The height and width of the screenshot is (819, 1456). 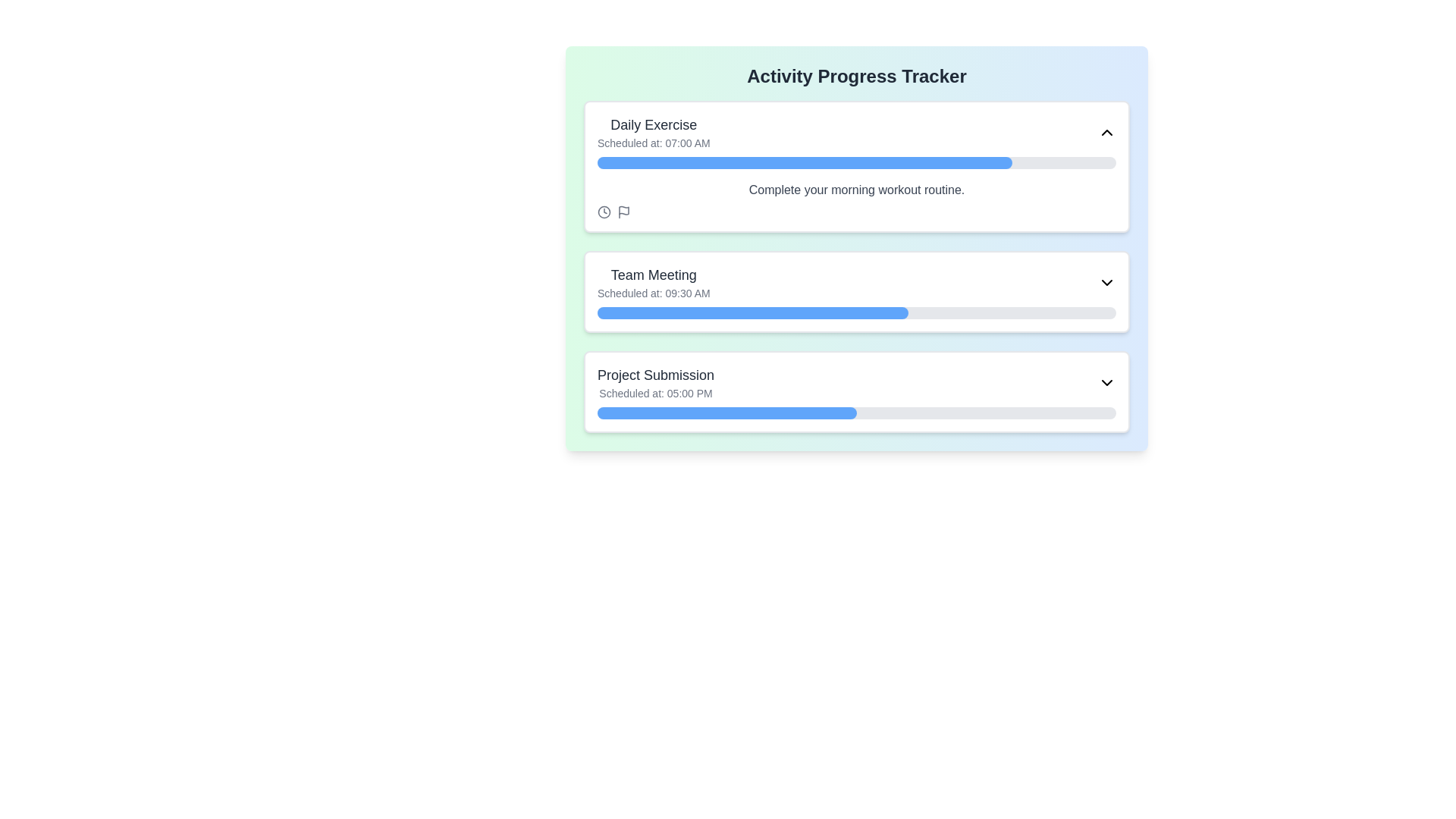 What do you see at coordinates (856, 199) in the screenshot?
I see `advisory text label located within the 'Daily Exercise' card, situated below the progress bar in the 'Activity Progress Tracker' interface` at bounding box center [856, 199].